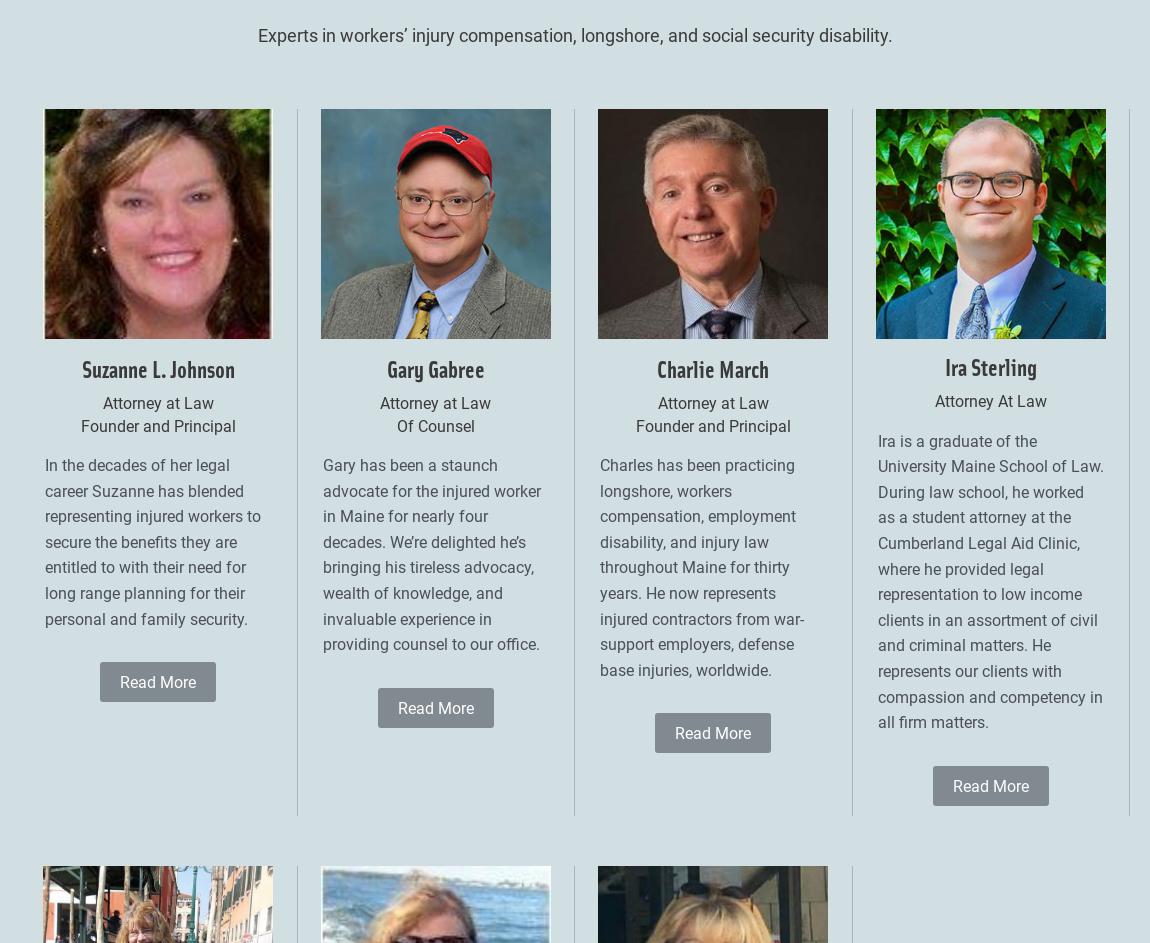 This screenshot has height=943, width=1150. What do you see at coordinates (151, 542) in the screenshot?
I see `'In the decades of her legal career Suzanne has blended representing injured workers to secure the benefits they are entitled to with their need for long range planning for their personal and family security.'` at bounding box center [151, 542].